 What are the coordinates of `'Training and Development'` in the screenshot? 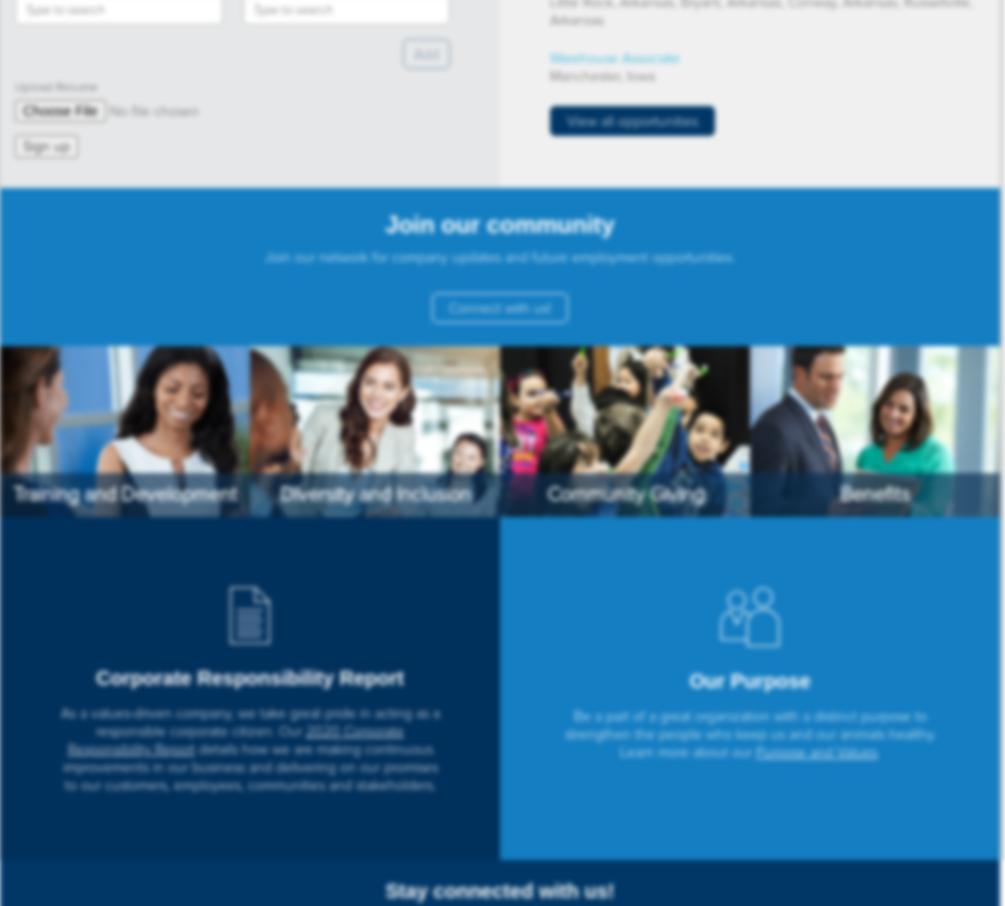 It's located at (12, 494).